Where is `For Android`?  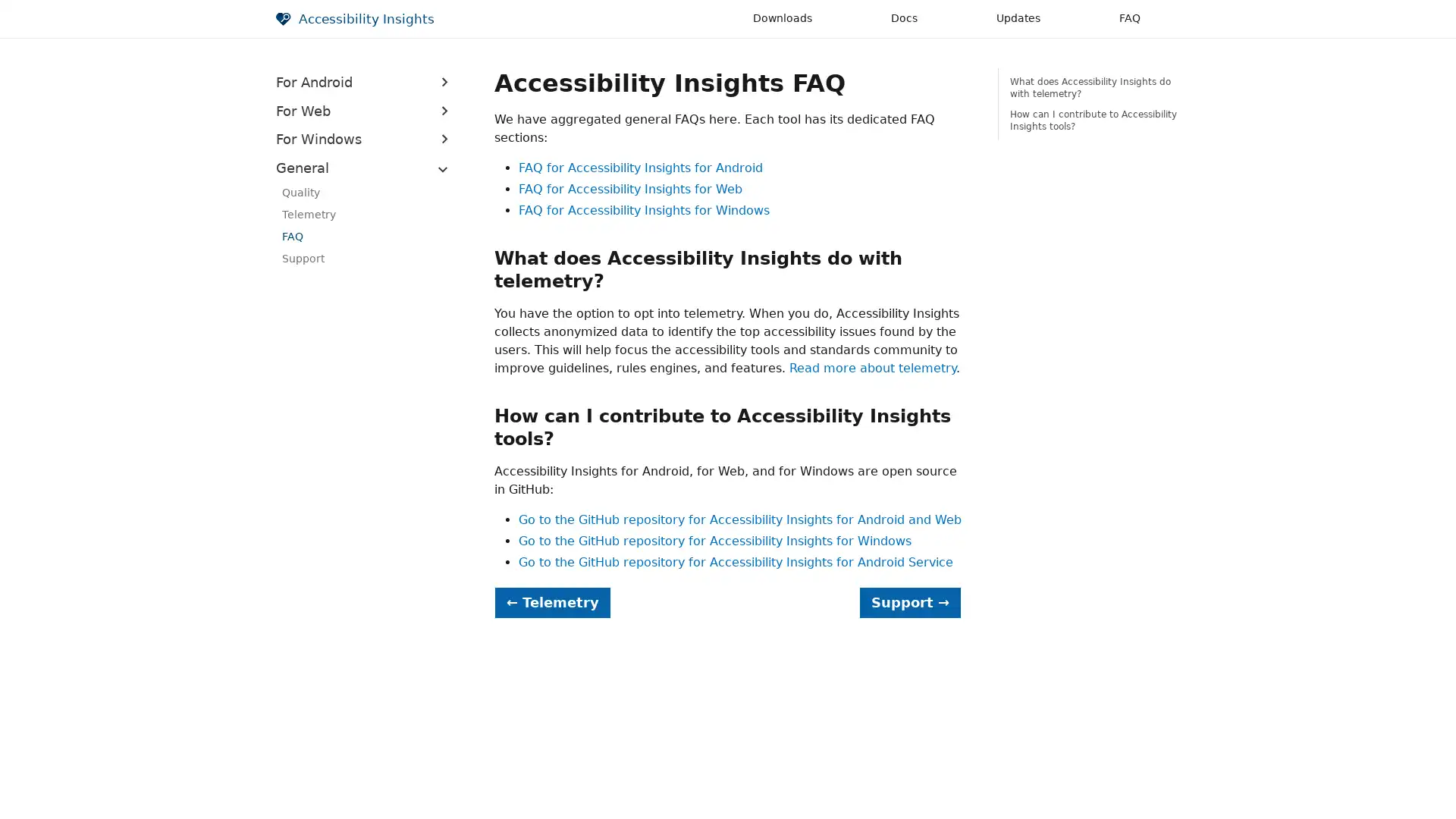 For Android is located at coordinates (367, 82).